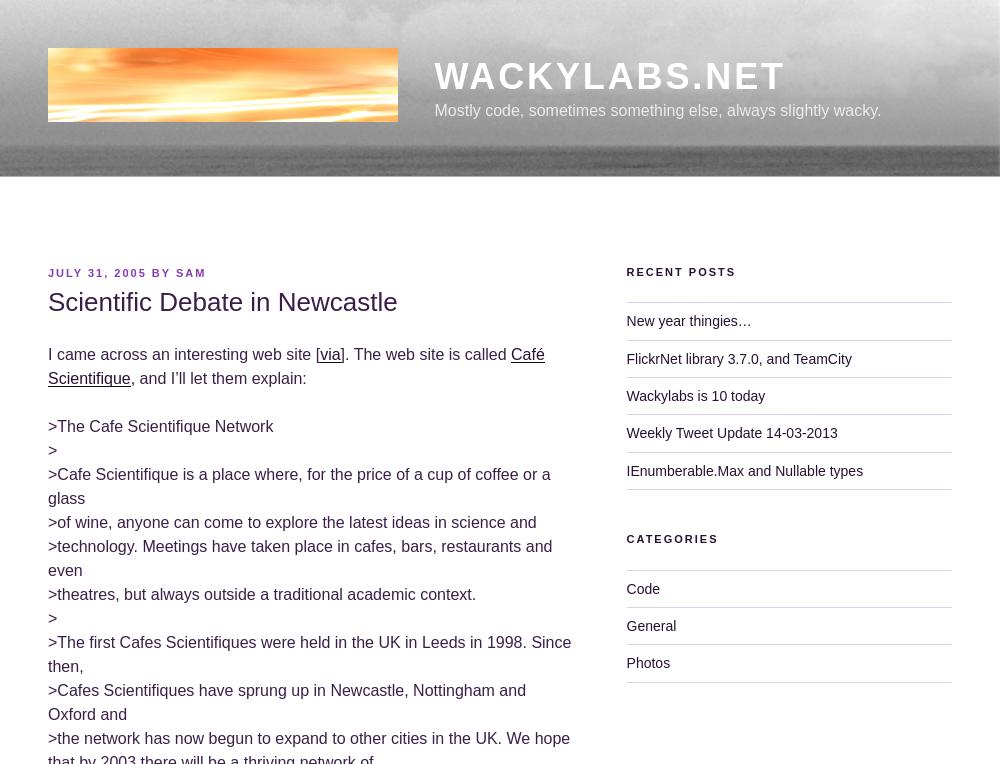 The image size is (1000, 764). What do you see at coordinates (694, 394) in the screenshot?
I see `'Wackylabs is 10 today'` at bounding box center [694, 394].